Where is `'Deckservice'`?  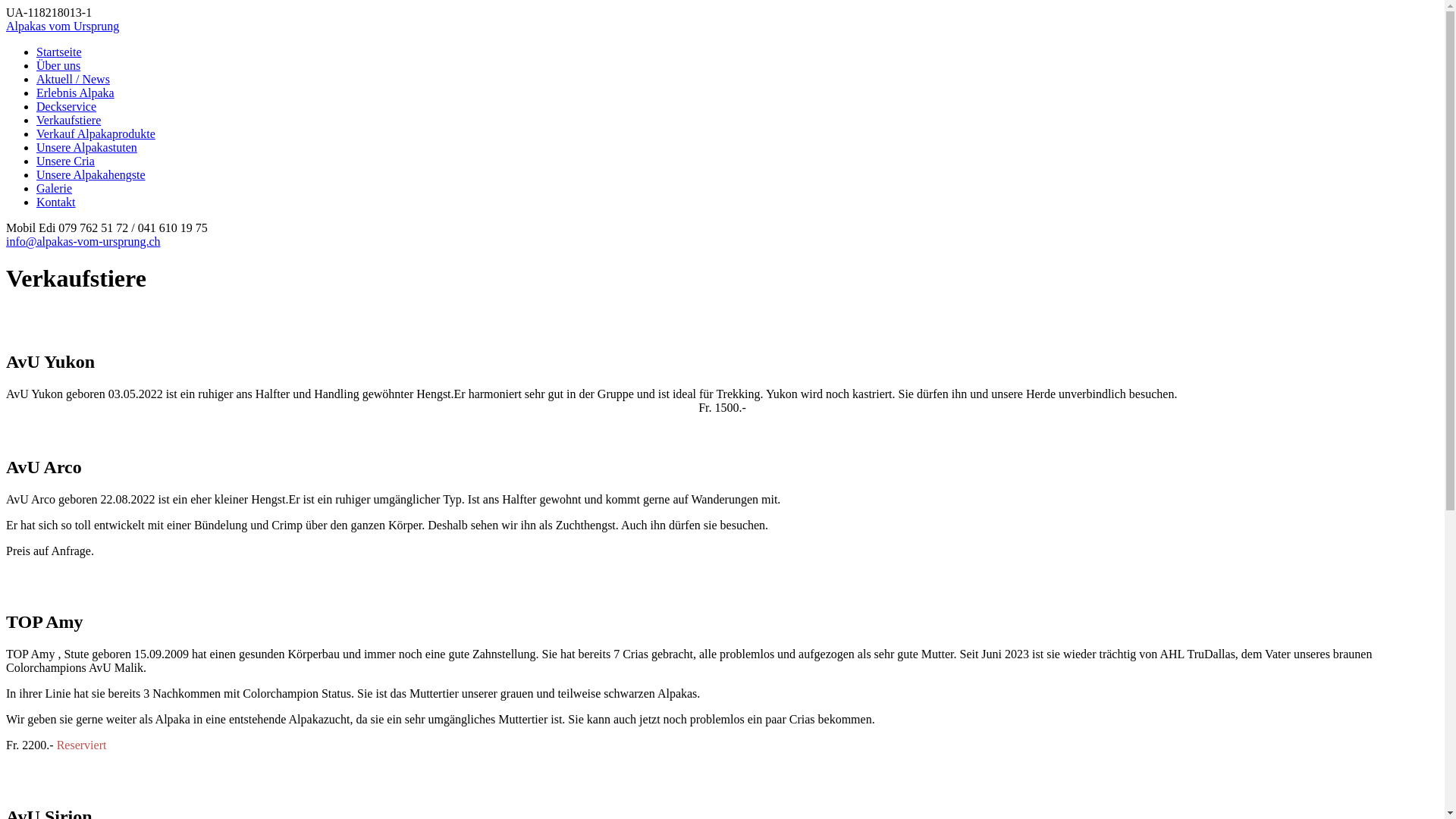 'Deckservice' is located at coordinates (65, 105).